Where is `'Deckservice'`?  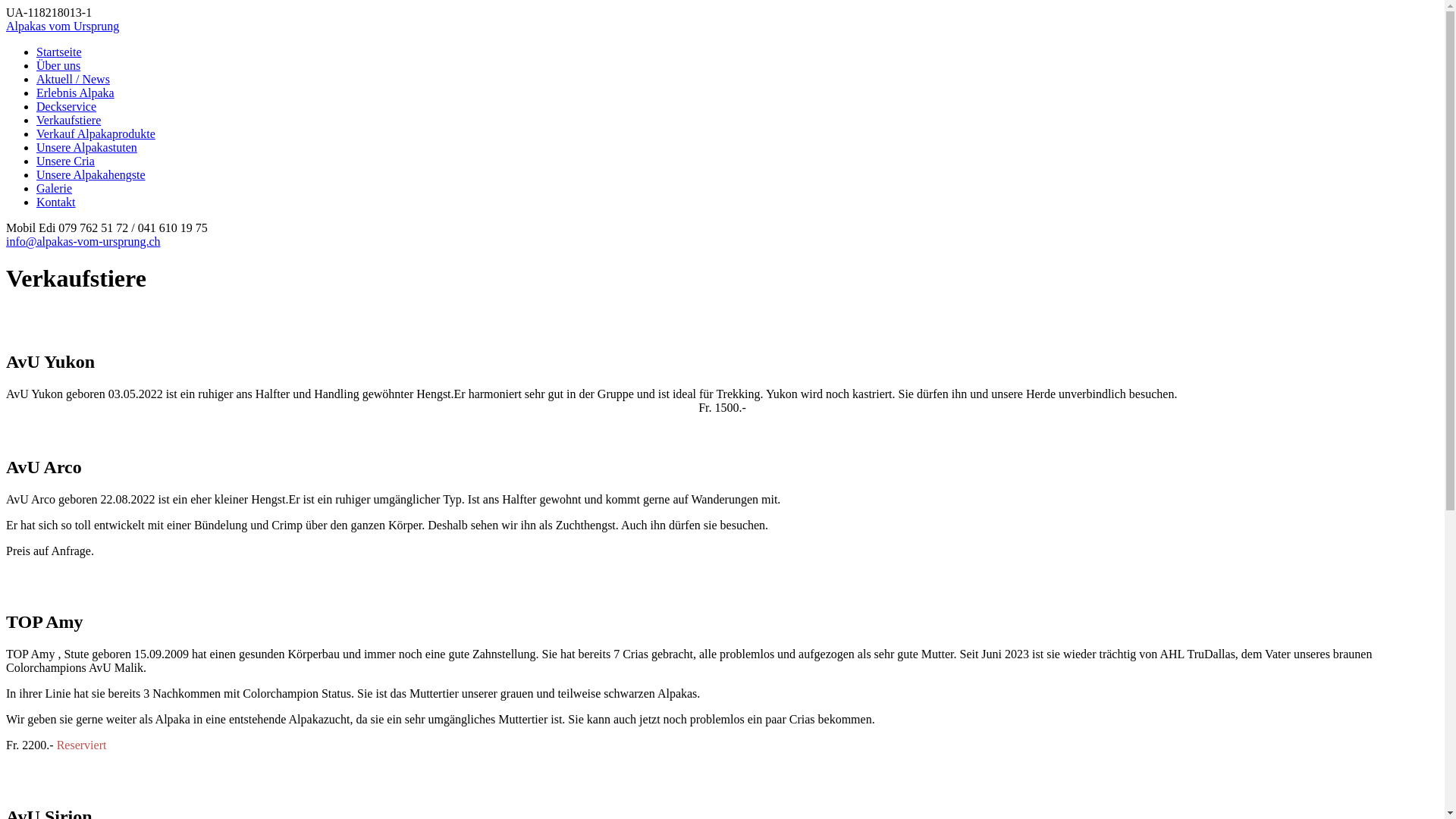 'Deckservice' is located at coordinates (65, 105).